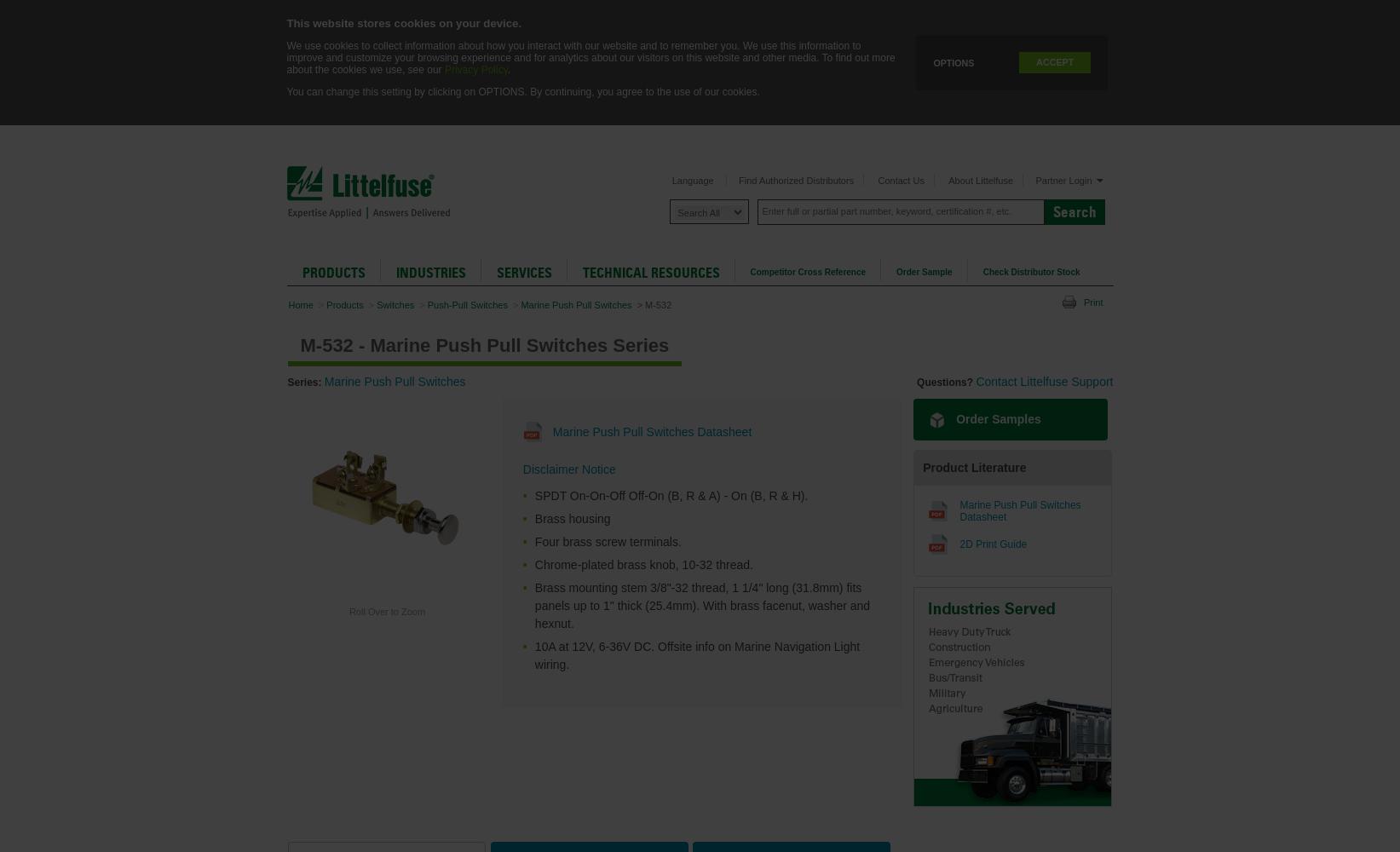 The image size is (1400, 852). What do you see at coordinates (796, 180) in the screenshot?
I see `'Find Authorized Distributors'` at bounding box center [796, 180].